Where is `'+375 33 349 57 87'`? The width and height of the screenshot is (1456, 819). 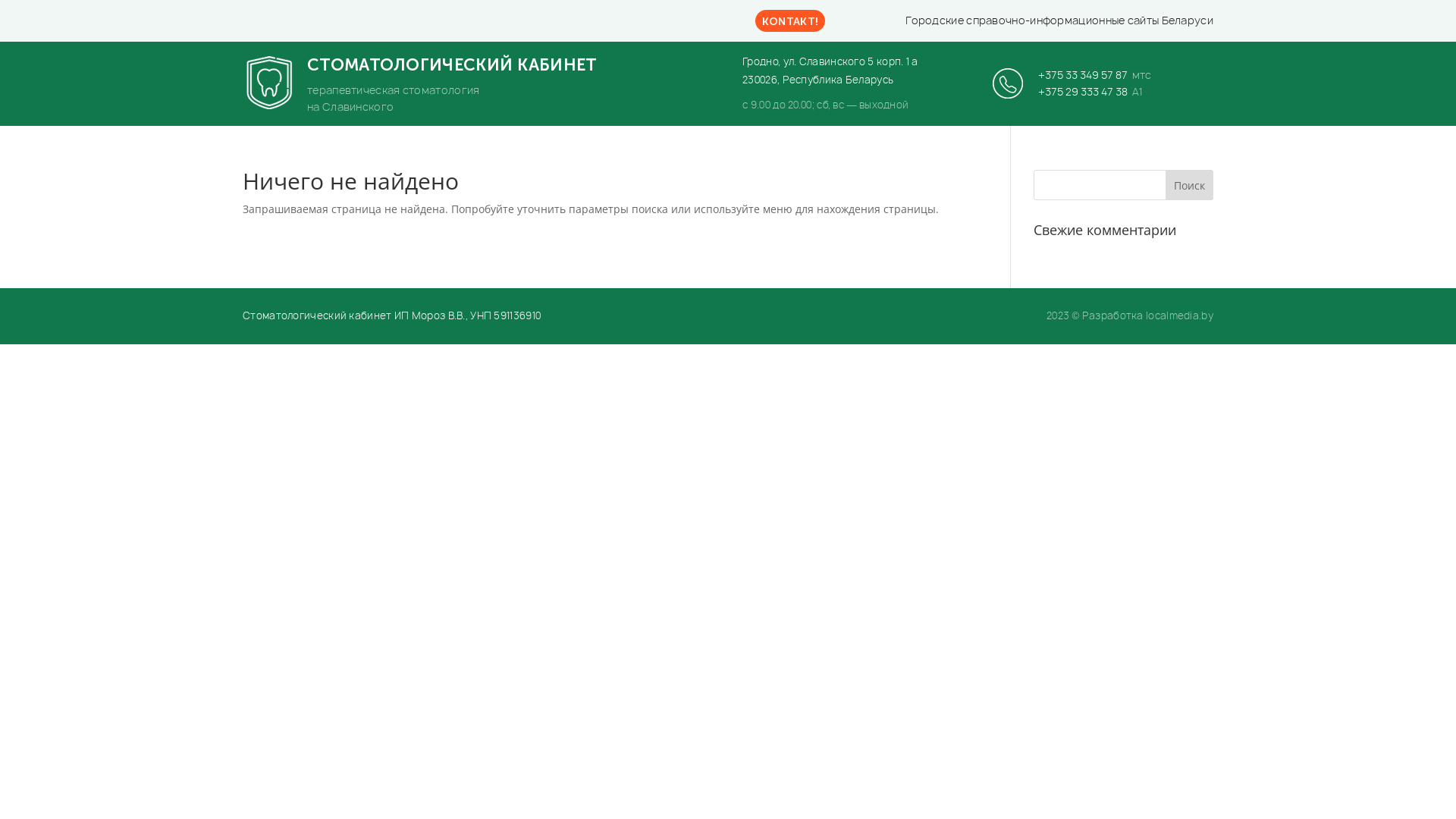 '+375 33 349 57 87' is located at coordinates (1082, 74).